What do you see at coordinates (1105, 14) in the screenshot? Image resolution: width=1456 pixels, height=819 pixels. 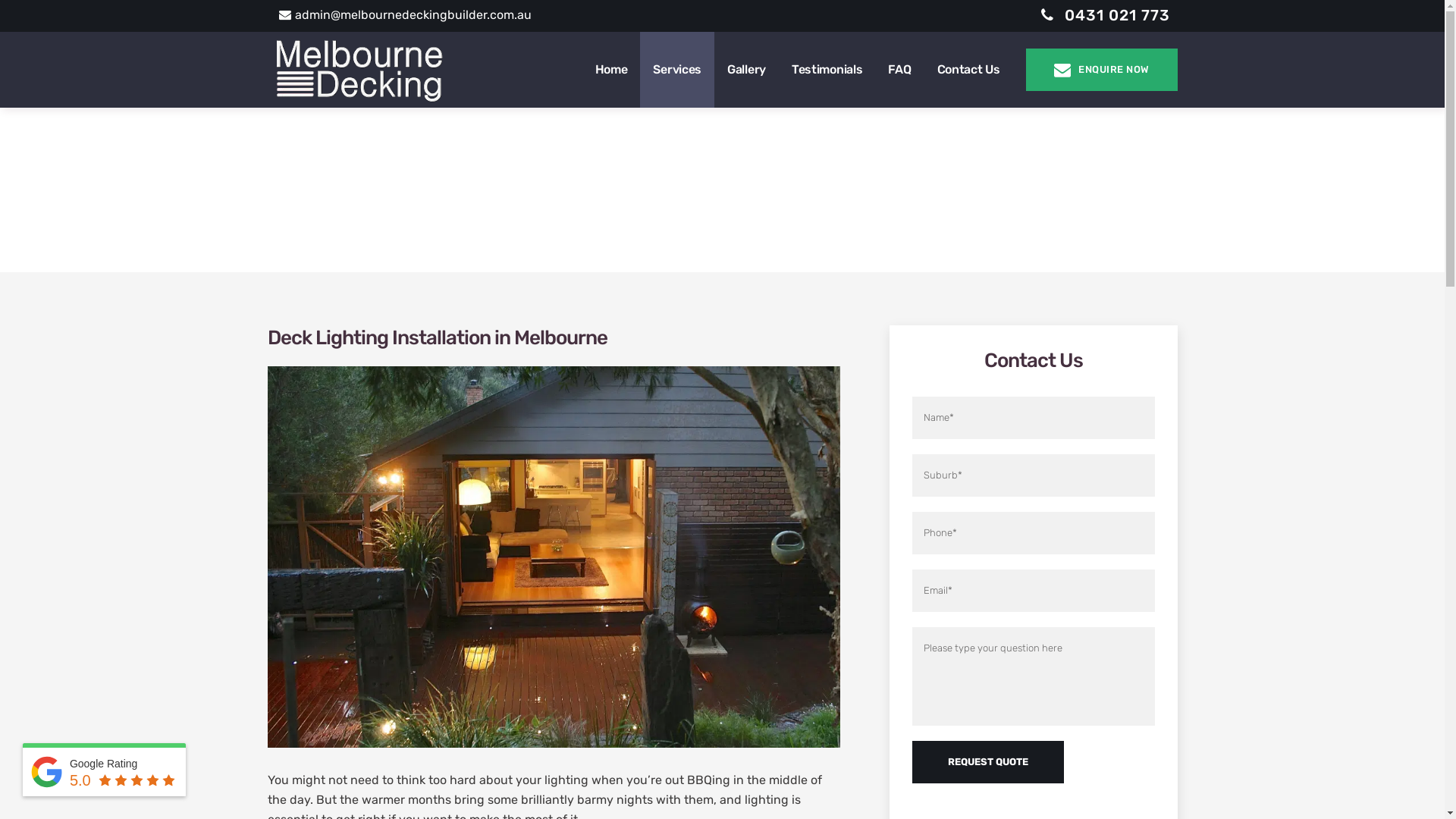 I see `'0431 021 773'` at bounding box center [1105, 14].